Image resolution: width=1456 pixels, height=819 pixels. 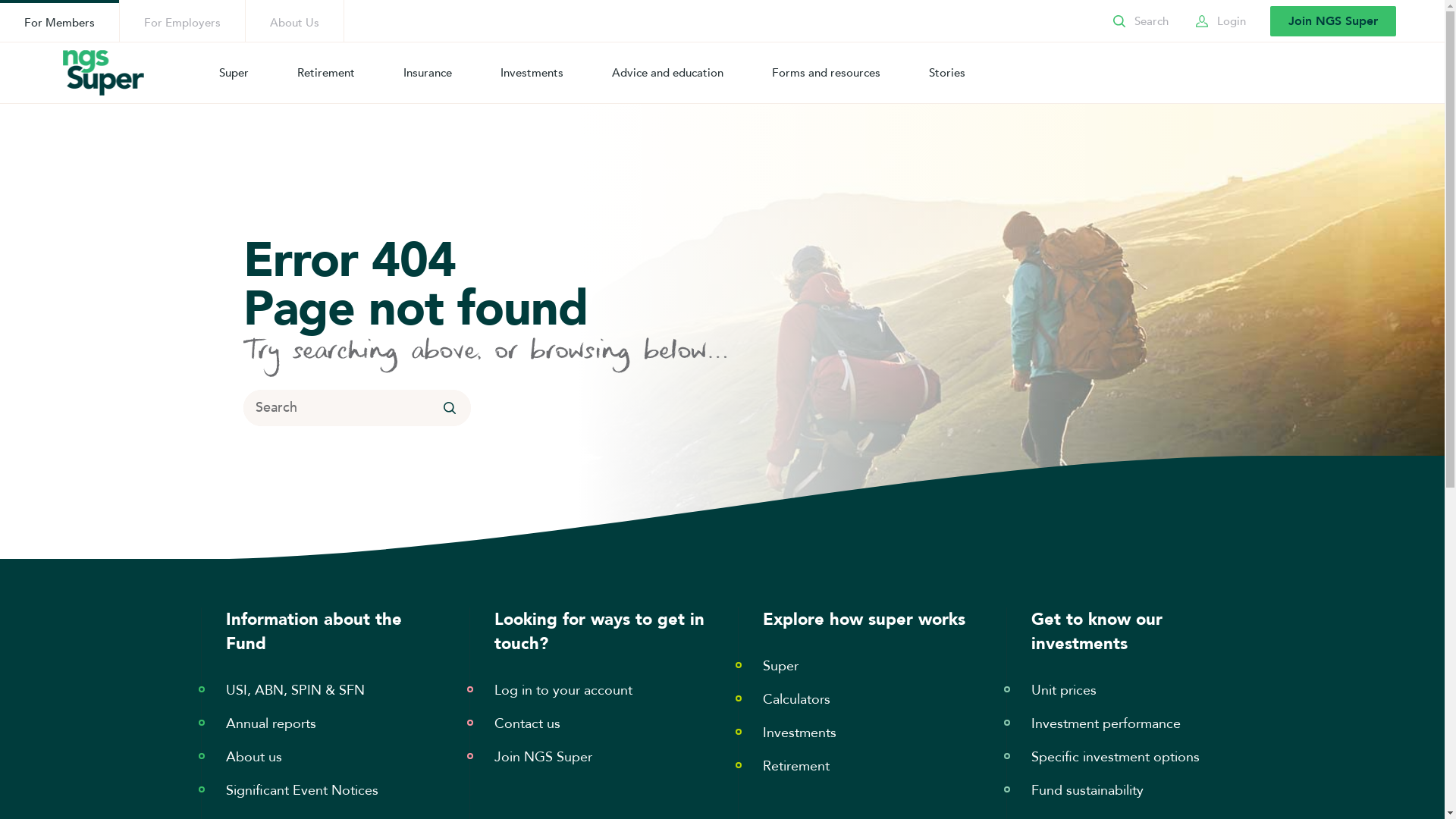 I want to click on 'Calculators', so click(x=795, y=699).